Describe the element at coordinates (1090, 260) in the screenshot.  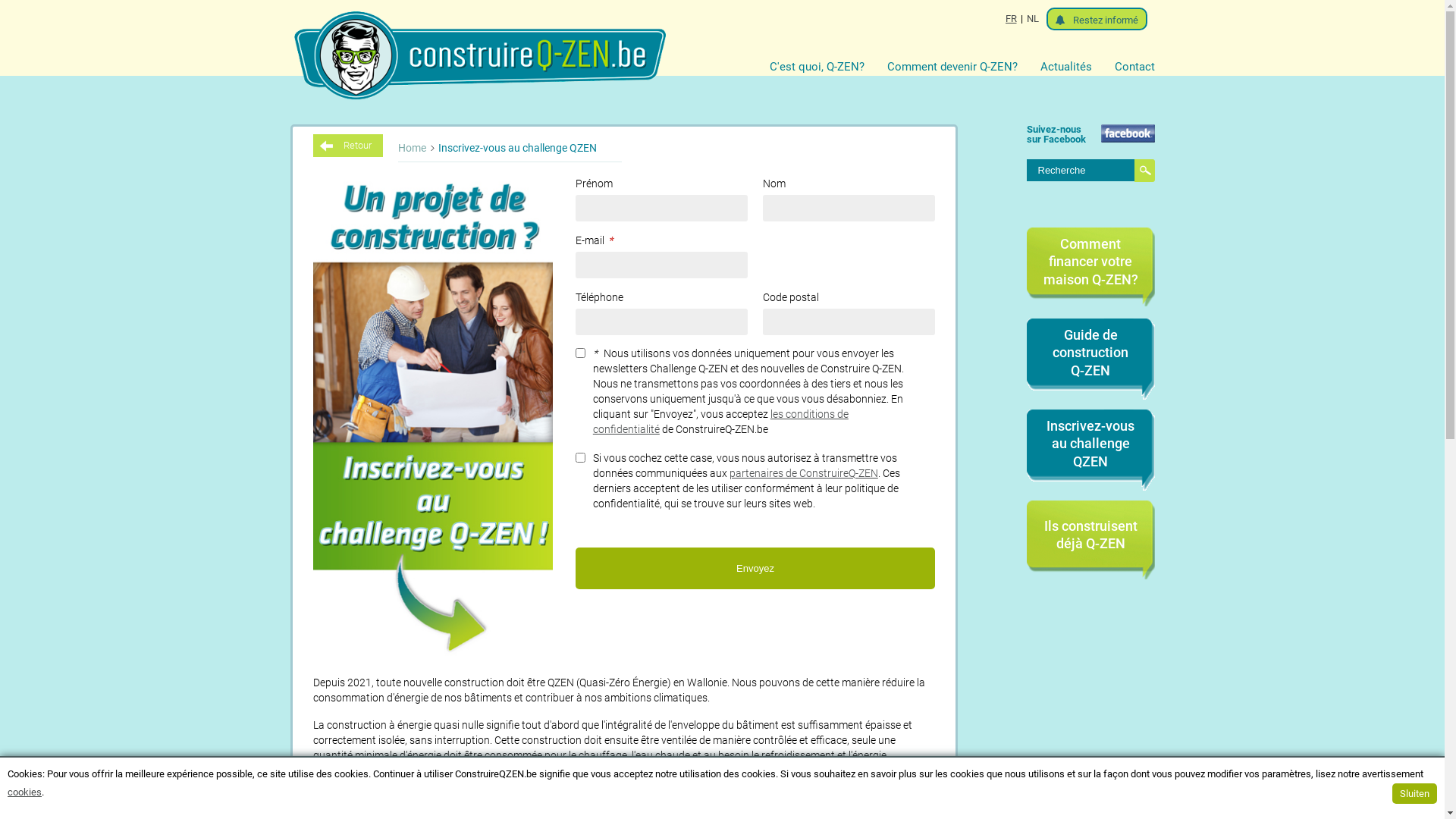
I see `'Comment financer votre maison Q-ZEN?'` at that location.